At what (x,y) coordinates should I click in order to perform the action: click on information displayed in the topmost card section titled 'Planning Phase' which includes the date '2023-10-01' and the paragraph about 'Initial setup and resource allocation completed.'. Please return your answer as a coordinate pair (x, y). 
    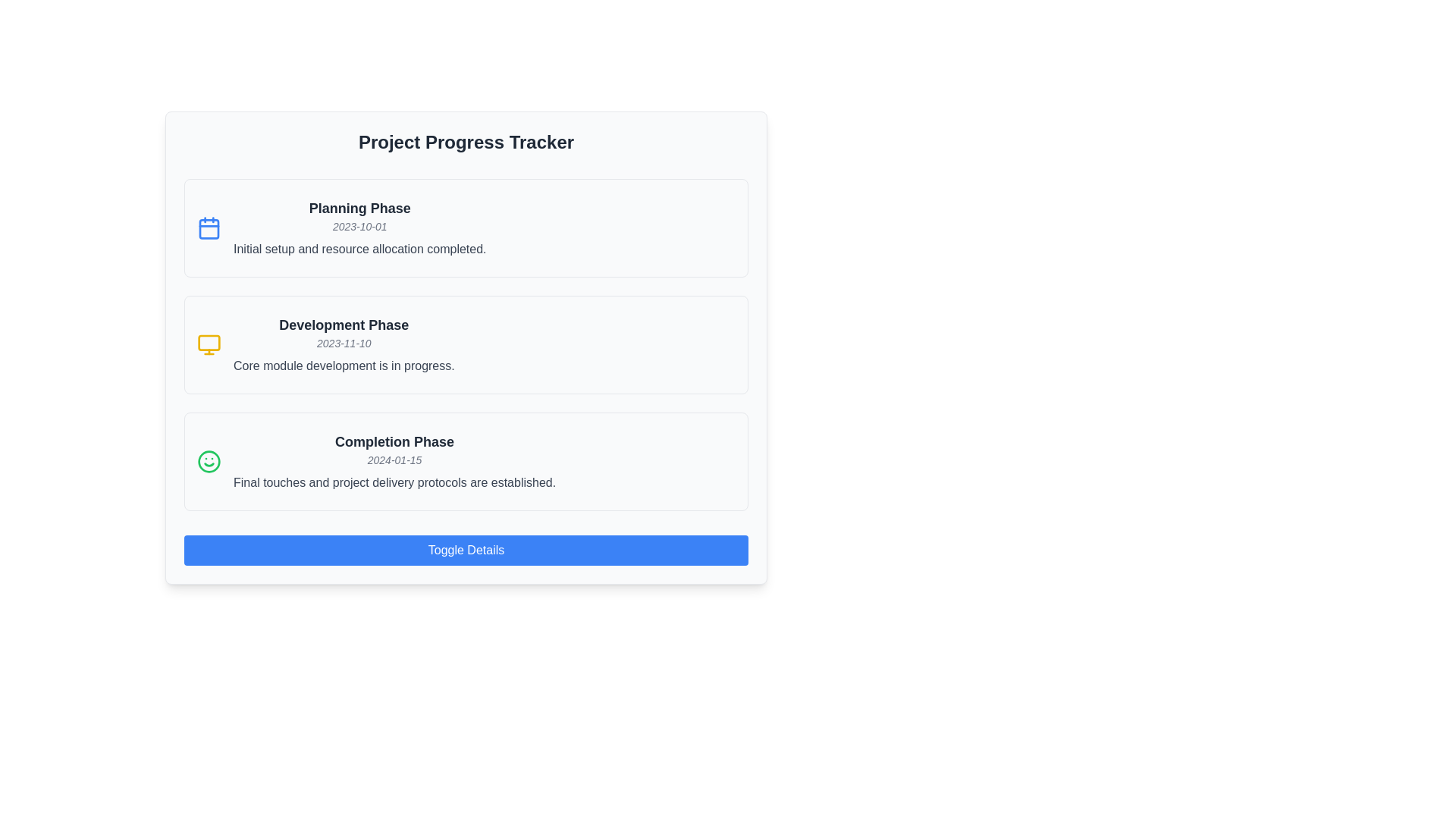
    Looking at the image, I should click on (359, 227).